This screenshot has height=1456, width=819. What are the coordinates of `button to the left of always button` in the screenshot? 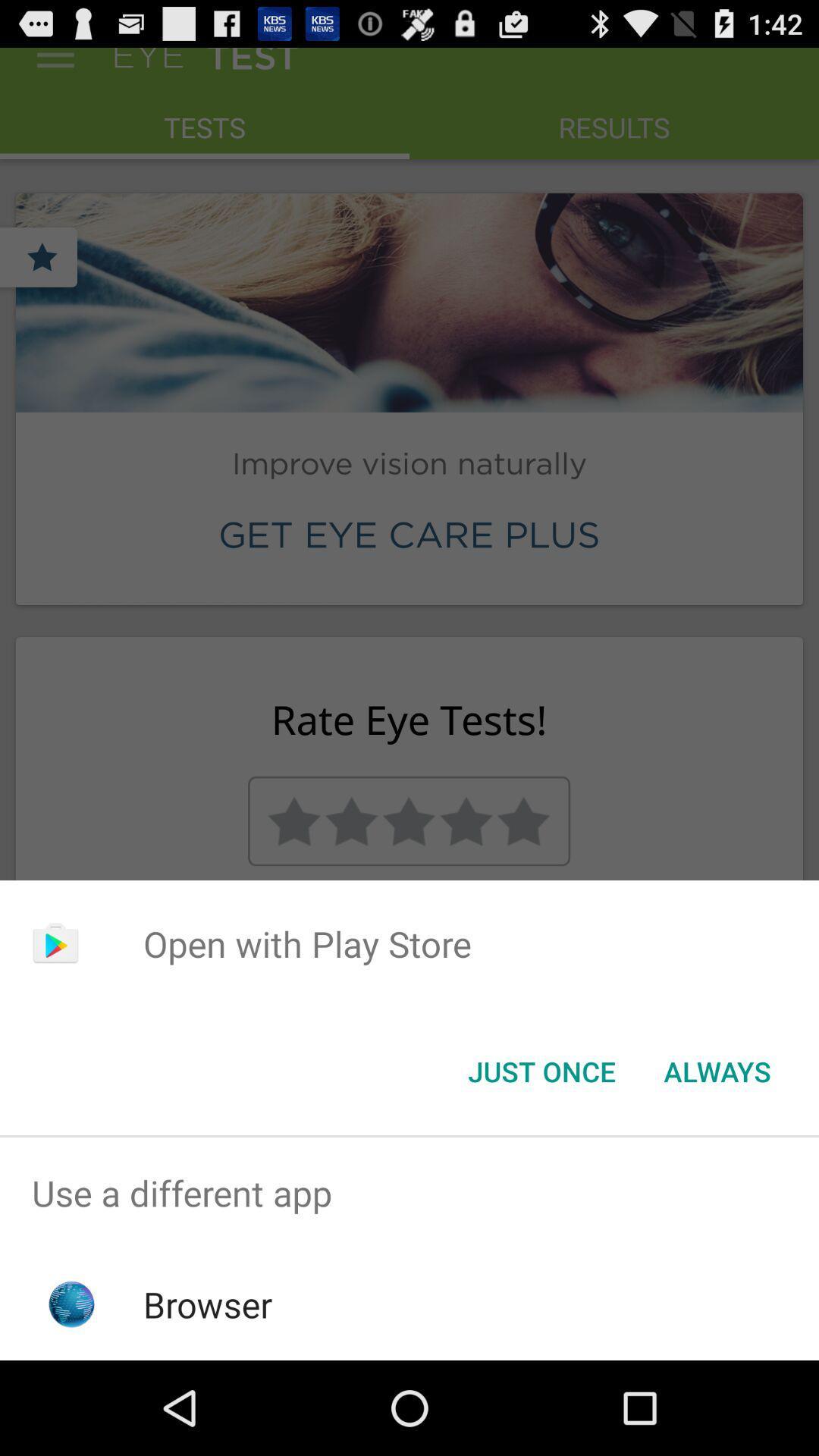 It's located at (541, 1070).